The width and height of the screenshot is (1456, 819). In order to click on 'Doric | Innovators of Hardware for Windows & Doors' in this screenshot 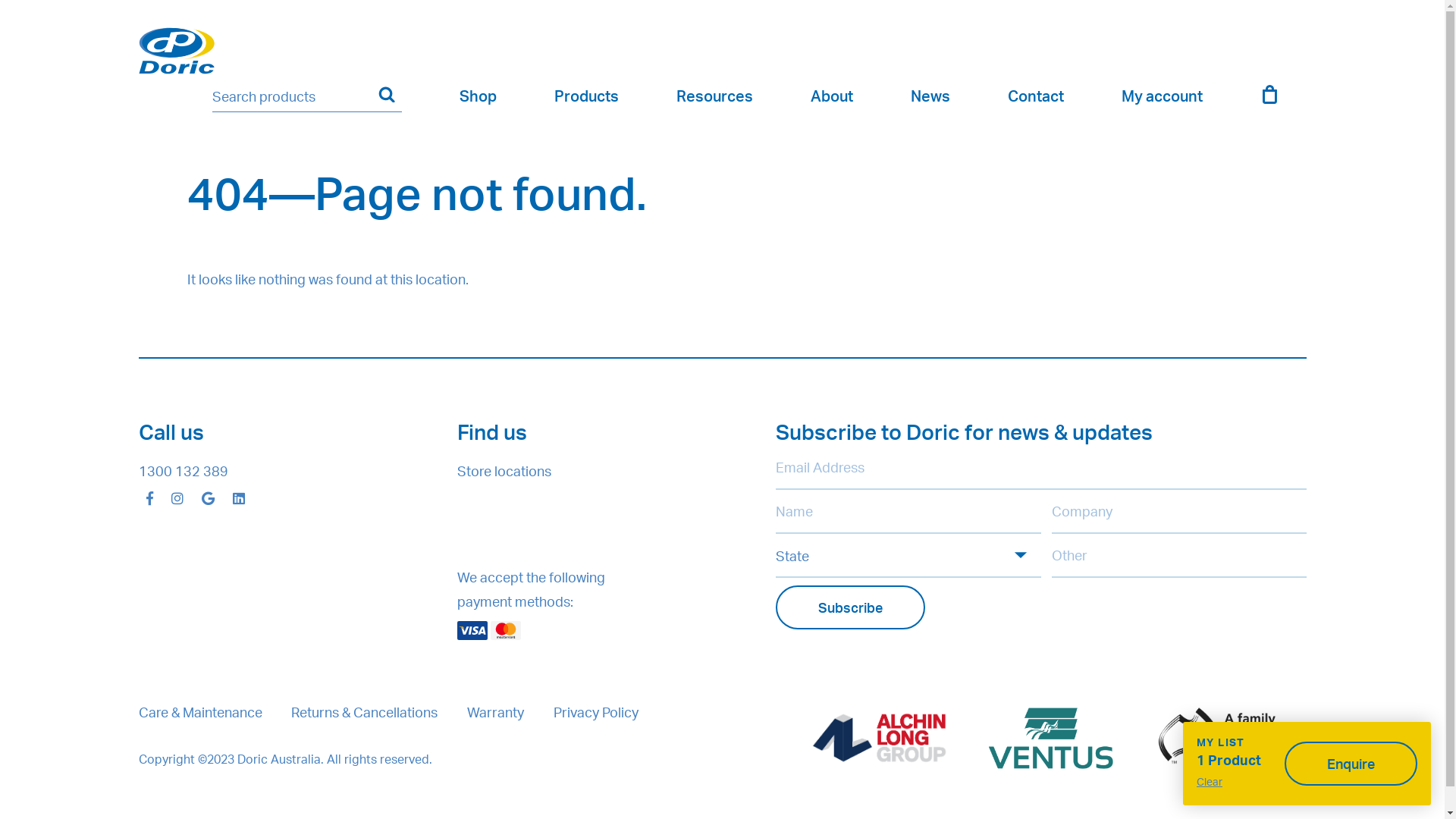, I will do `click(175, 49)`.